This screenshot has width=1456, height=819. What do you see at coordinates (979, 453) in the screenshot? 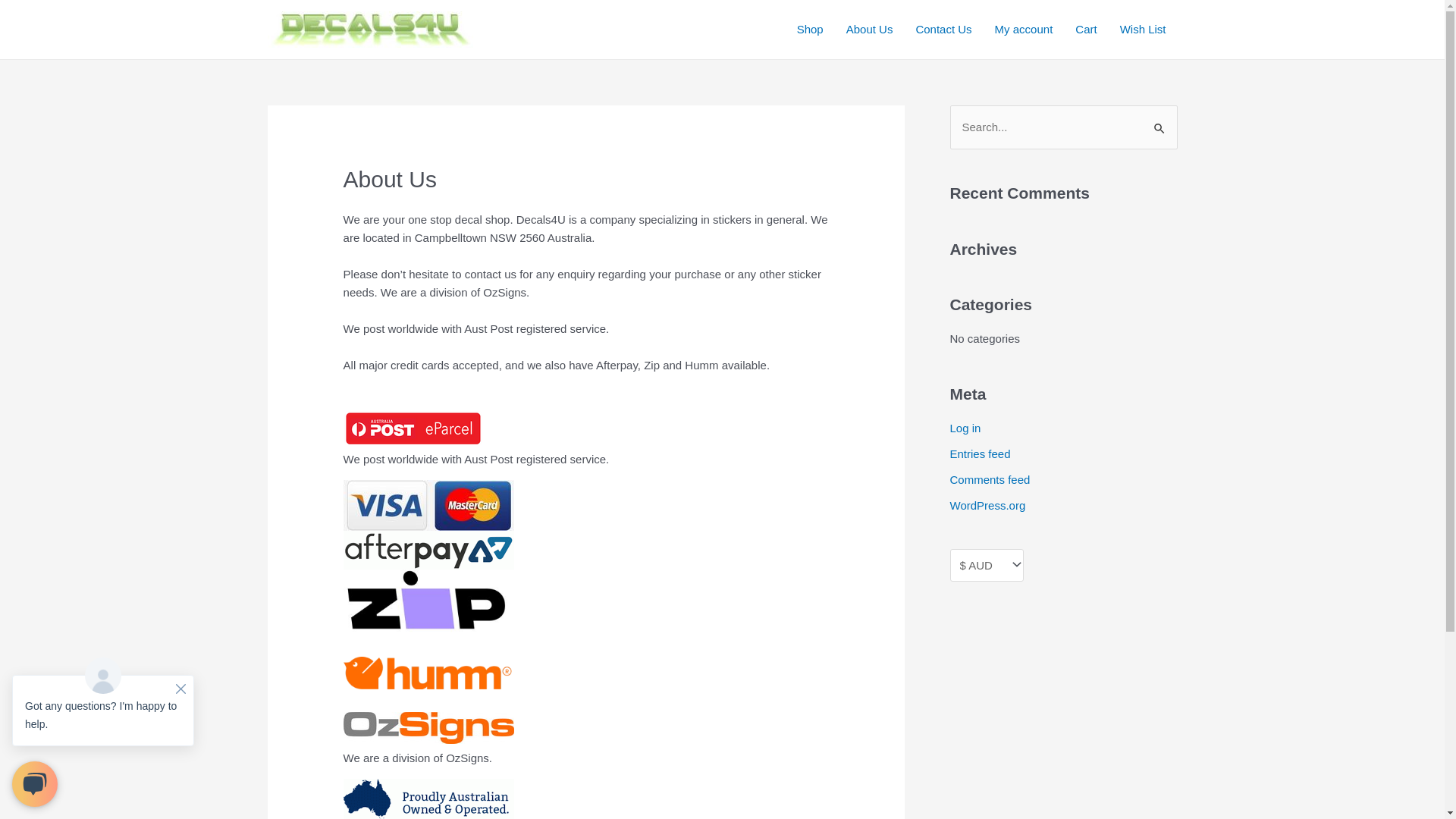
I see `'Entries feed'` at bounding box center [979, 453].